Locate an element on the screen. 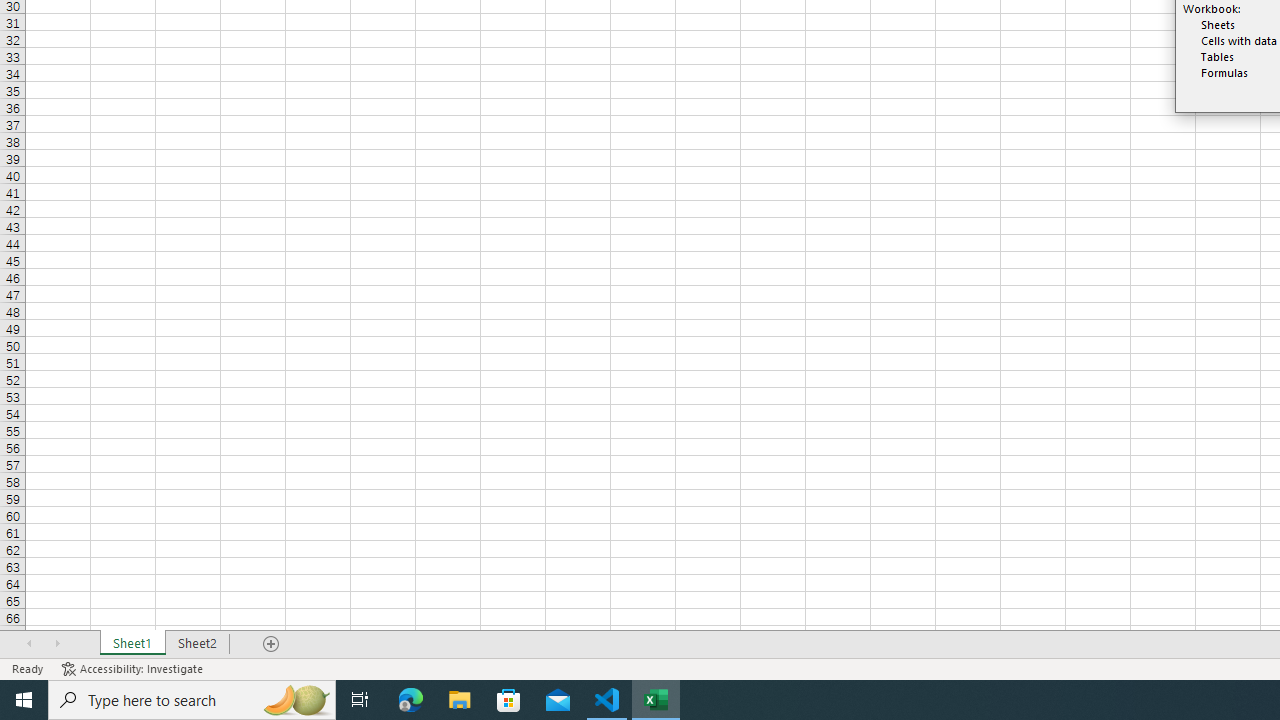 This screenshot has height=720, width=1280. 'Accessibility Checker Accessibility: Investigate' is located at coordinates (133, 669).